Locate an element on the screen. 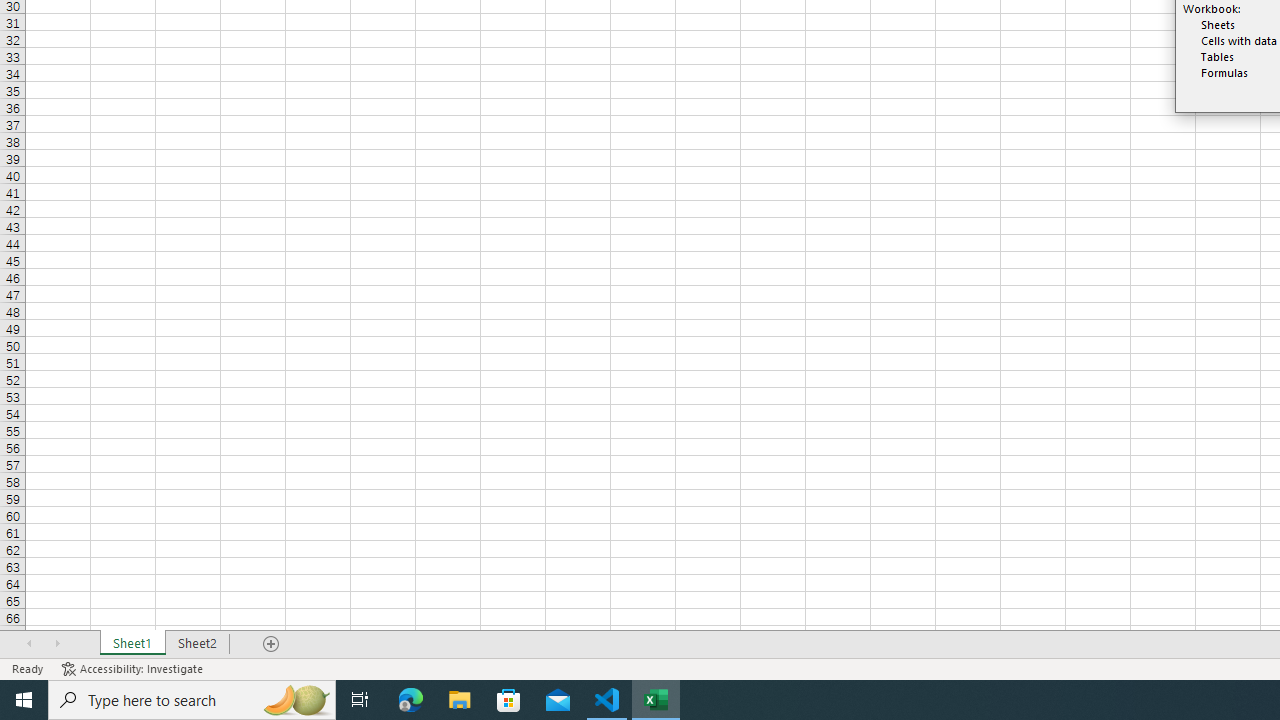 This screenshot has height=720, width=1280. 'Accessibility Checker Accessibility: Investigate' is located at coordinates (133, 669).